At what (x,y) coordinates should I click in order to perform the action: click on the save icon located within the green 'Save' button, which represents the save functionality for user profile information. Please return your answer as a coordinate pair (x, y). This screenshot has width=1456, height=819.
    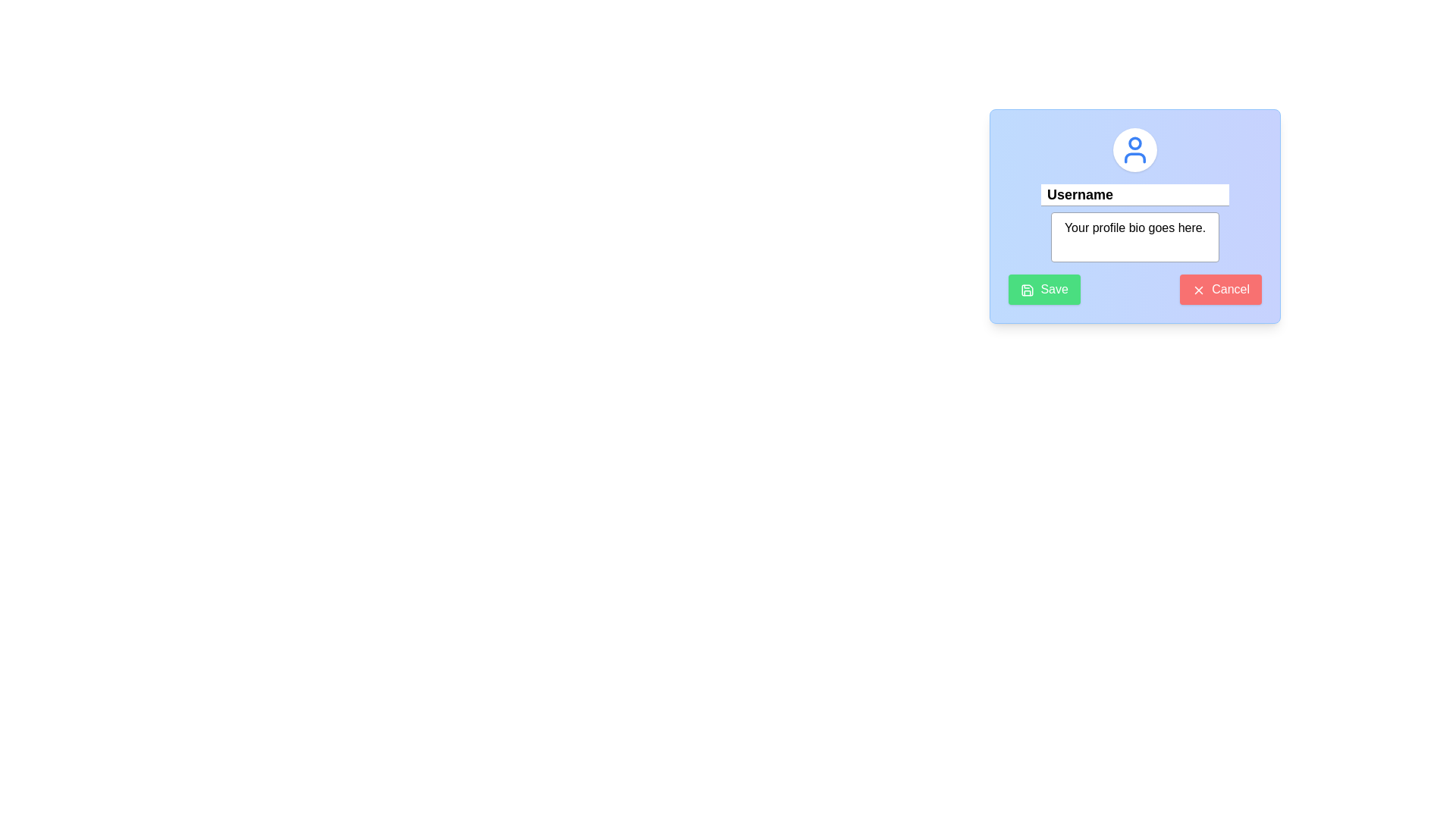
    Looking at the image, I should click on (1027, 289).